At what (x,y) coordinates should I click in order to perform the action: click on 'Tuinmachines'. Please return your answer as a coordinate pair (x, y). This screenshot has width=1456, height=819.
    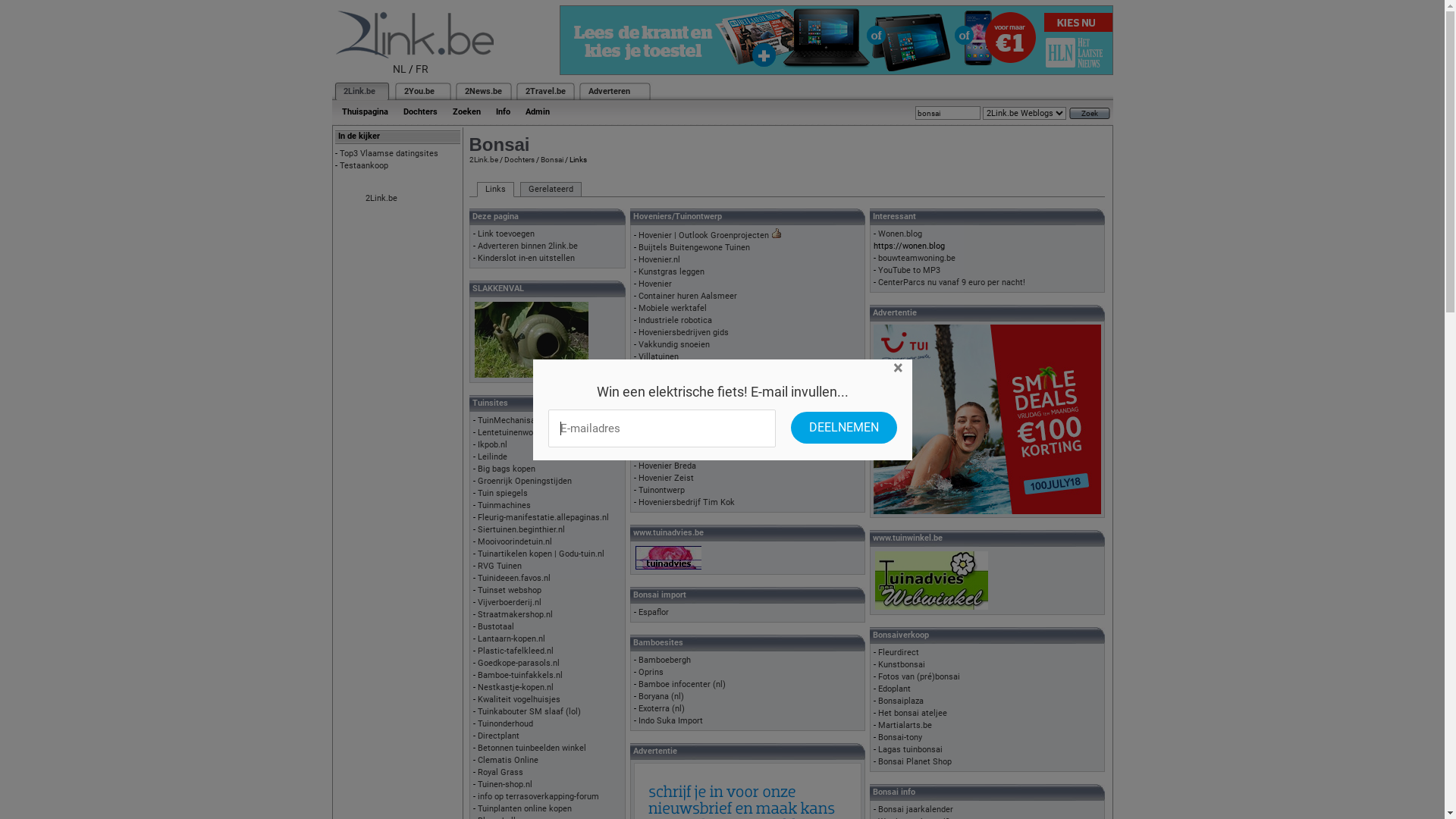
    Looking at the image, I should click on (504, 505).